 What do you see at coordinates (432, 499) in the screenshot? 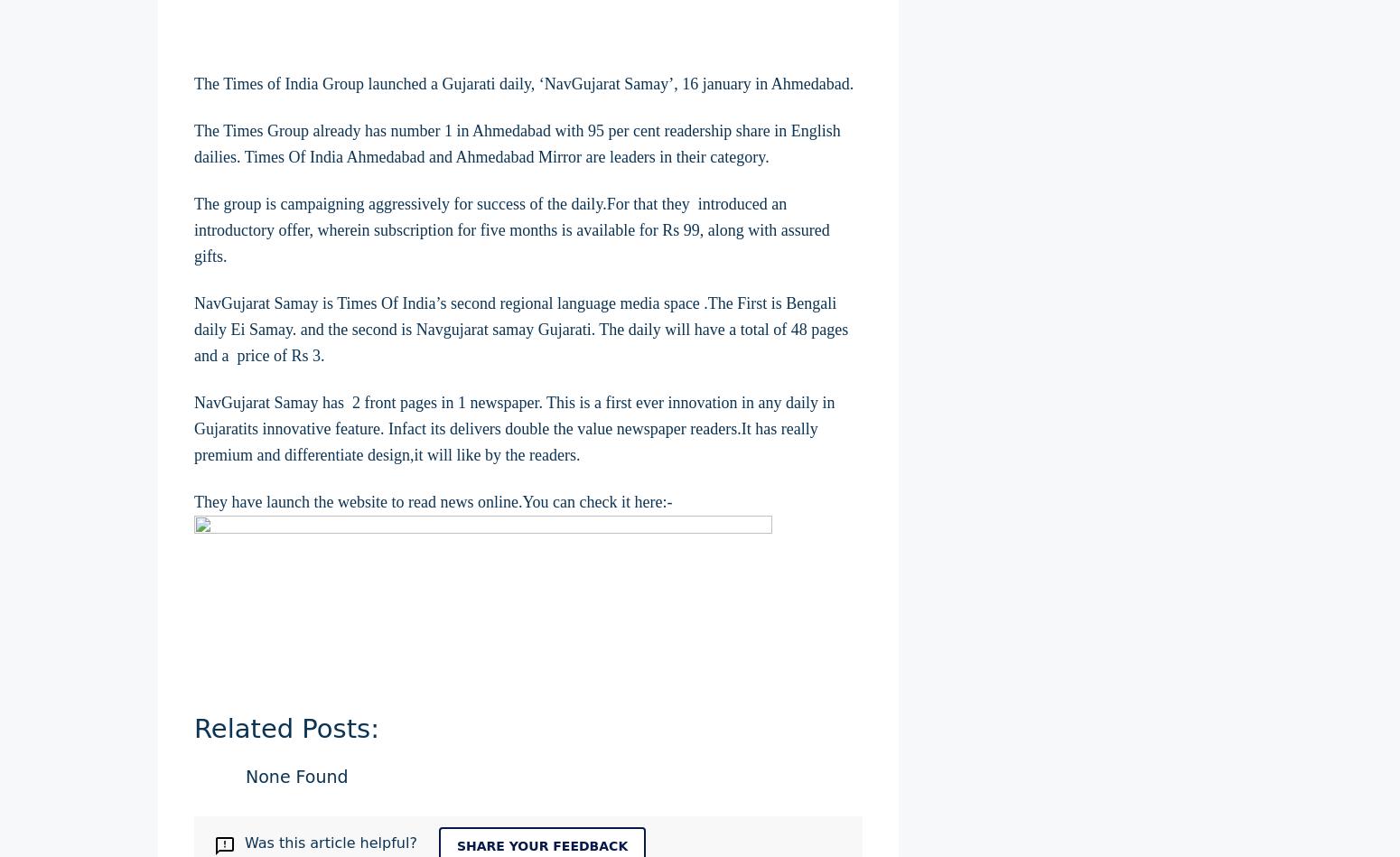
I see `'They have launch the website to read news online.You can check it here:-'` at bounding box center [432, 499].